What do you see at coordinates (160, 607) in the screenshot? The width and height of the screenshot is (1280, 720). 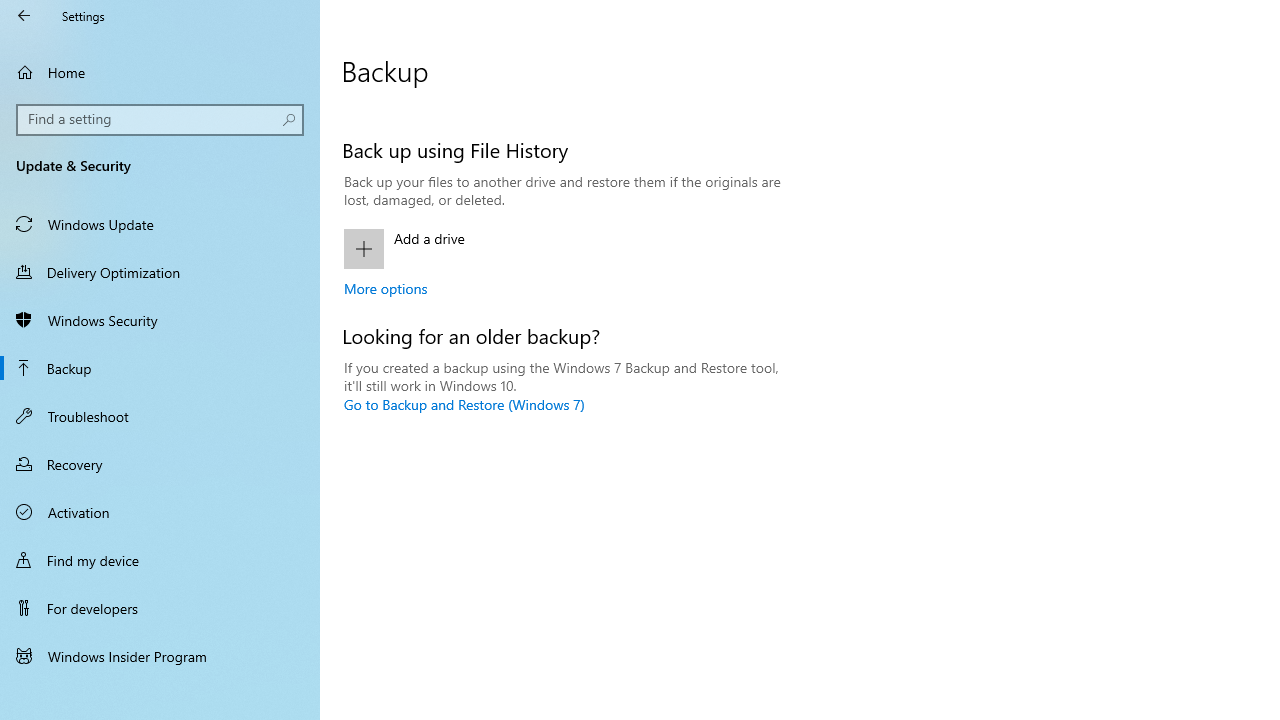 I see `'For developers'` at bounding box center [160, 607].